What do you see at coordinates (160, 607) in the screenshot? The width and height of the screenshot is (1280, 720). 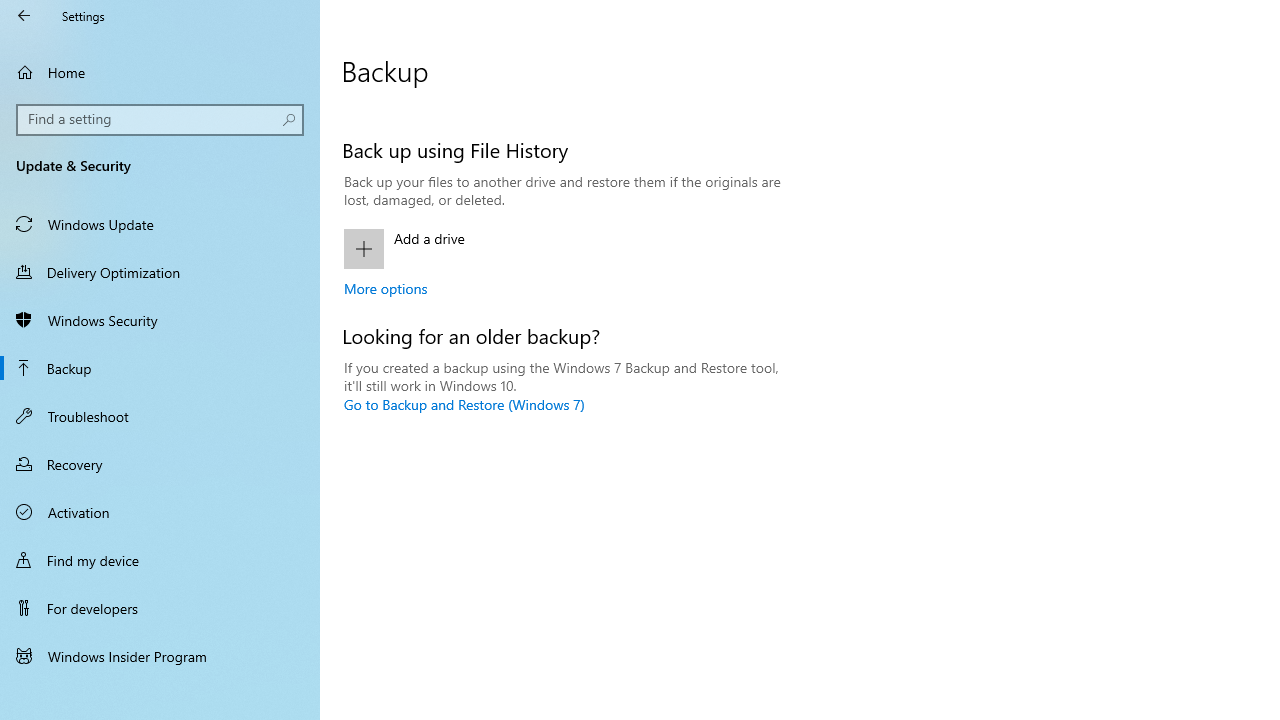 I see `'For developers'` at bounding box center [160, 607].